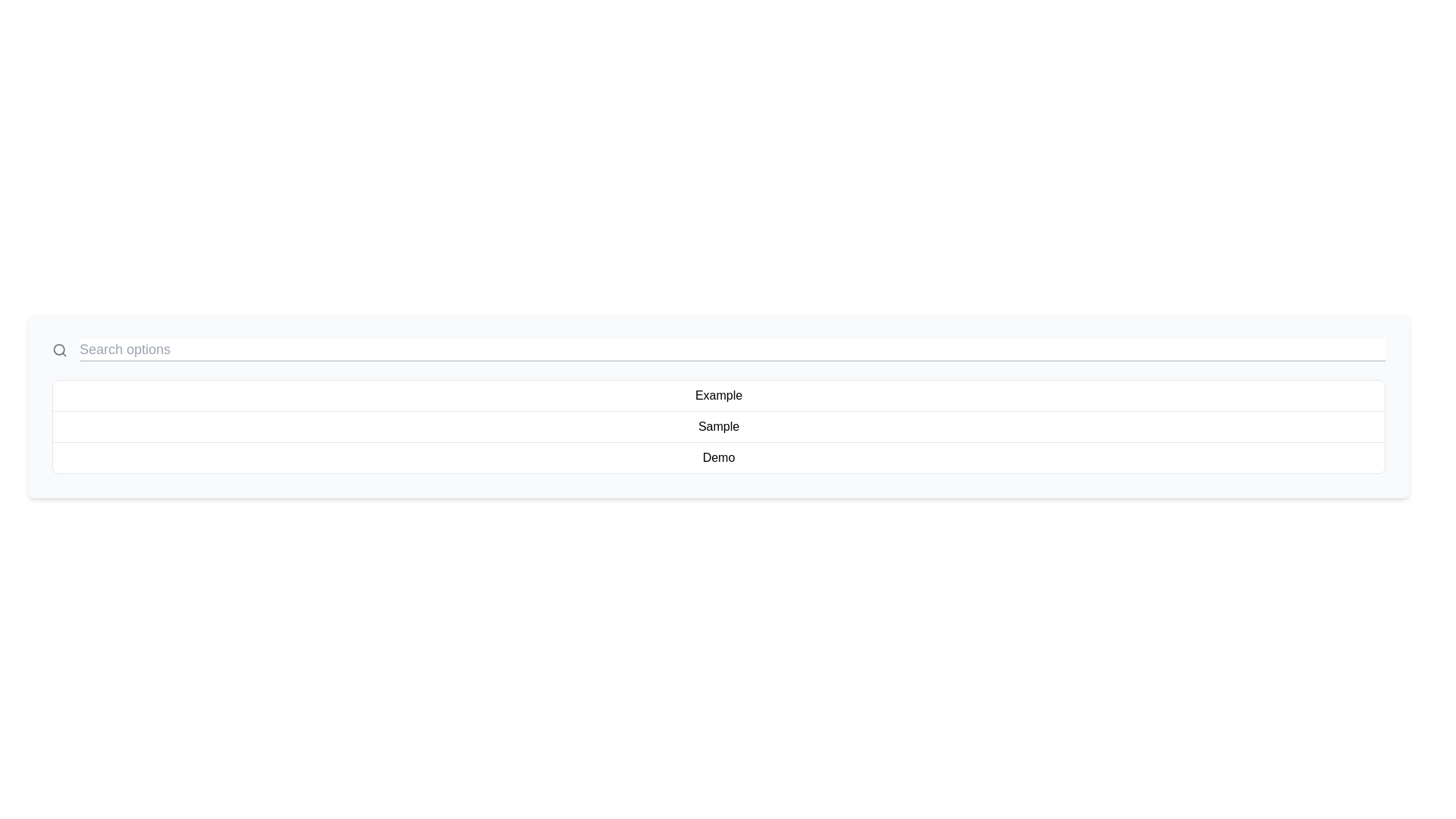 Image resolution: width=1456 pixels, height=819 pixels. I want to click on the first Textual List Item labeled 'Example', so click(718, 394).